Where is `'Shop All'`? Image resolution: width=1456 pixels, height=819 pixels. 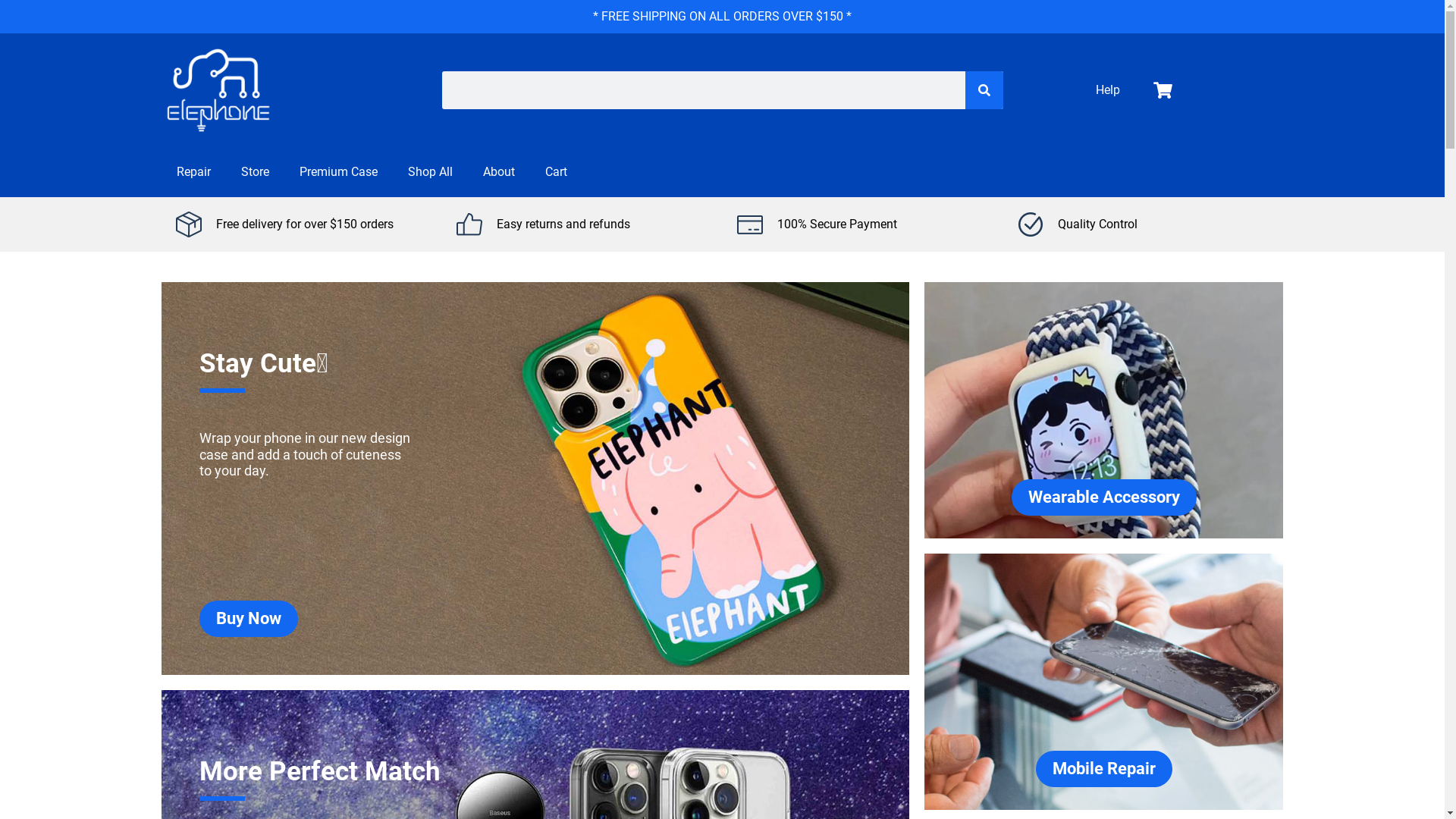 'Shop All' is located at coordinates (393, 171).